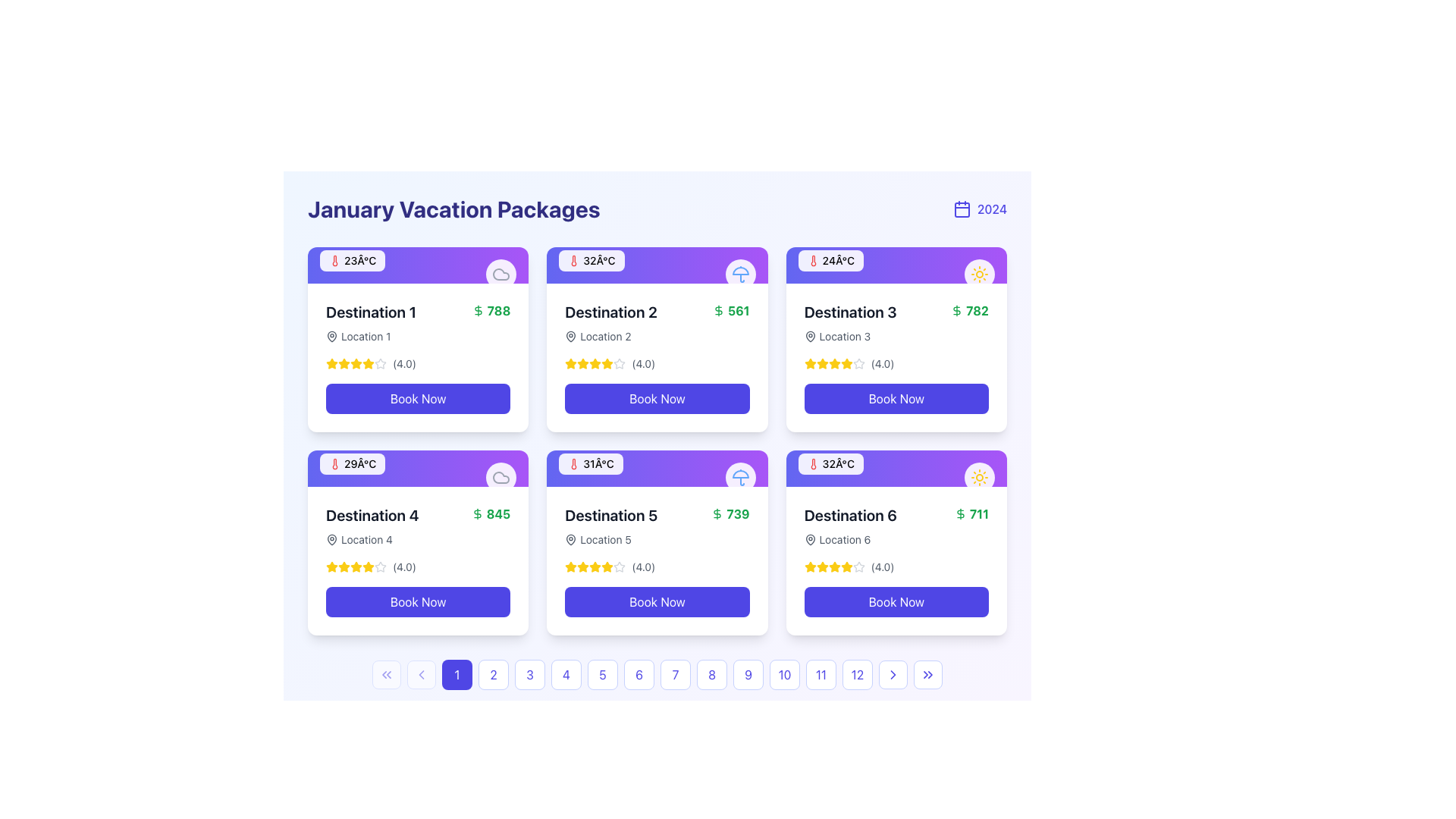 This screenshot has height=819, width=1456. I want to click on the unfilled star icon, so click(381, 567).